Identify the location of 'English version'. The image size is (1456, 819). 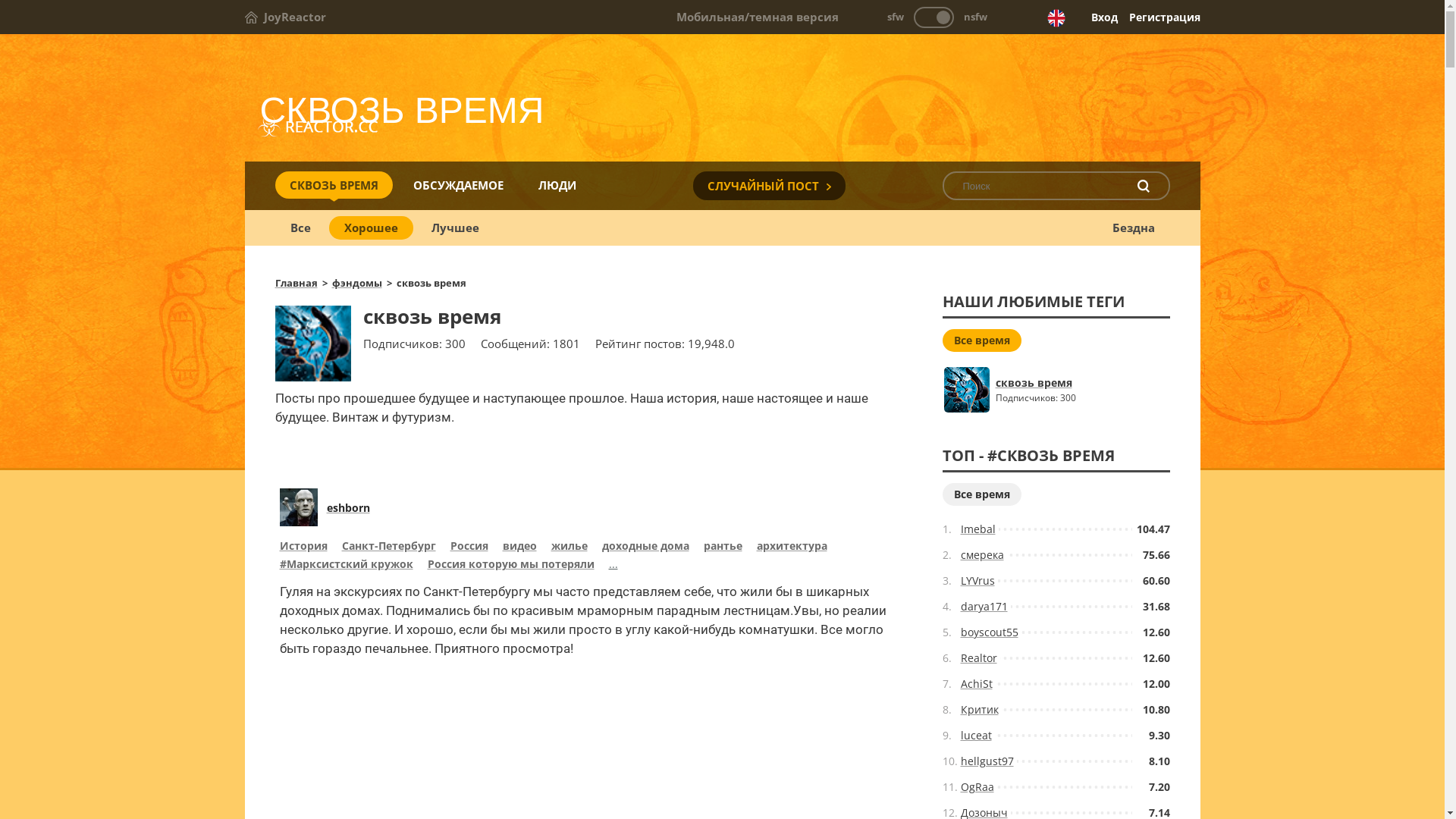
(1046, 17).